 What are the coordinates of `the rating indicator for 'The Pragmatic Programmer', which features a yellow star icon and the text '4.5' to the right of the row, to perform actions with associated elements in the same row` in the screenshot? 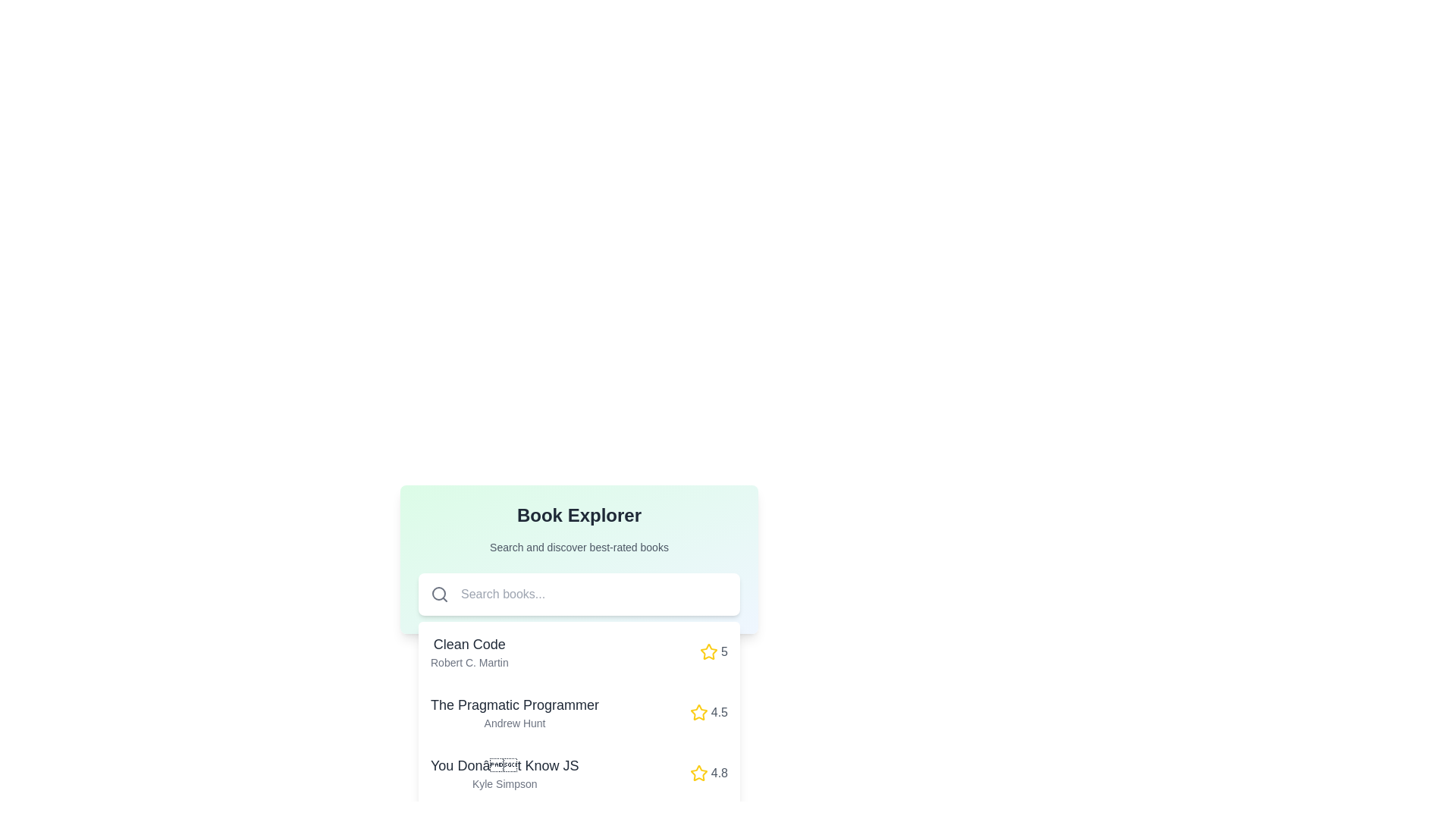 It's located at (708, 713).